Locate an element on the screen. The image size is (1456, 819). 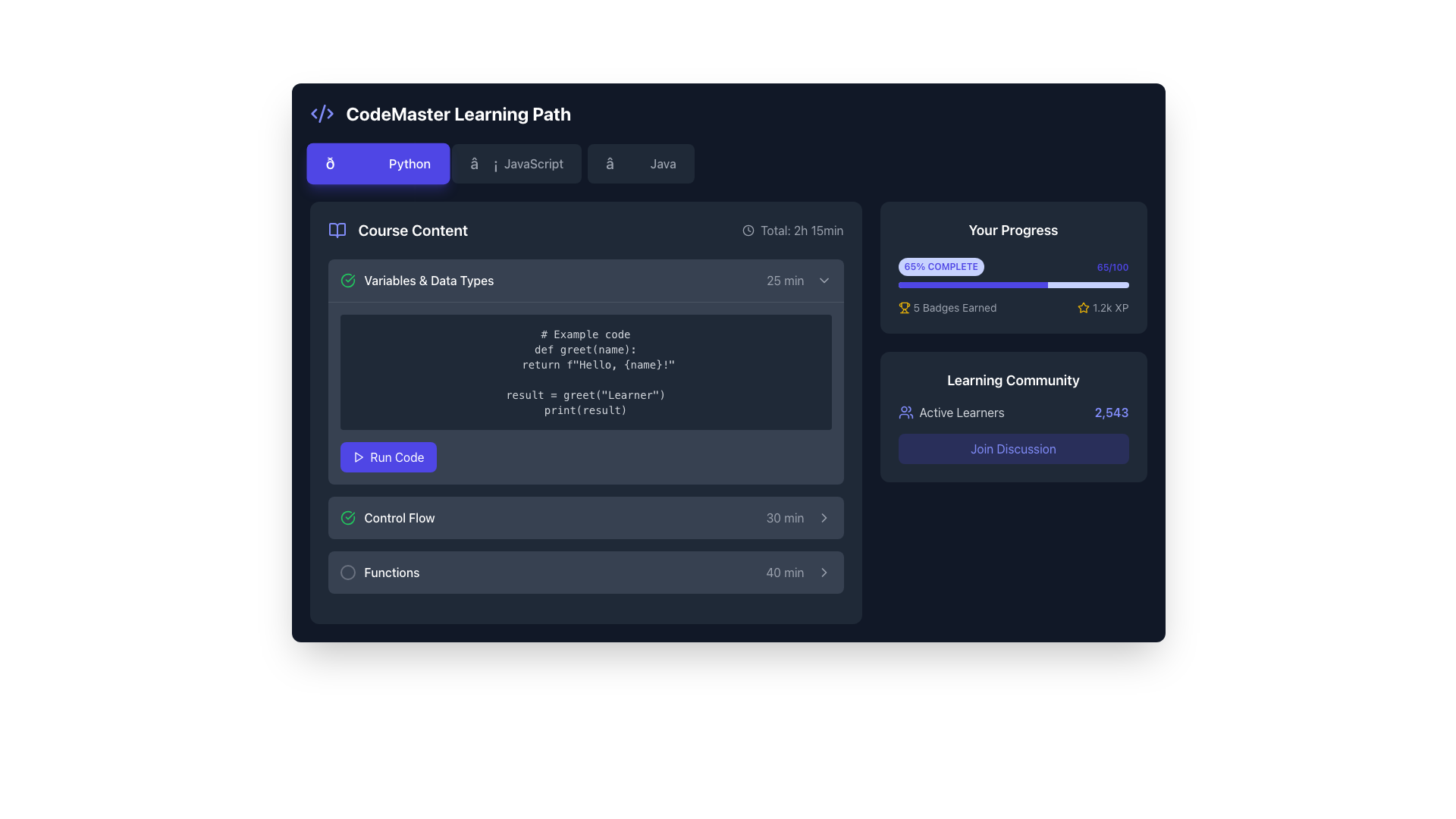
static text displaying the numeric metric of active learners, which is positioned to the far right of the 'Active Learners' section and follows the descriptive text is located at coordinates (1112, 412).